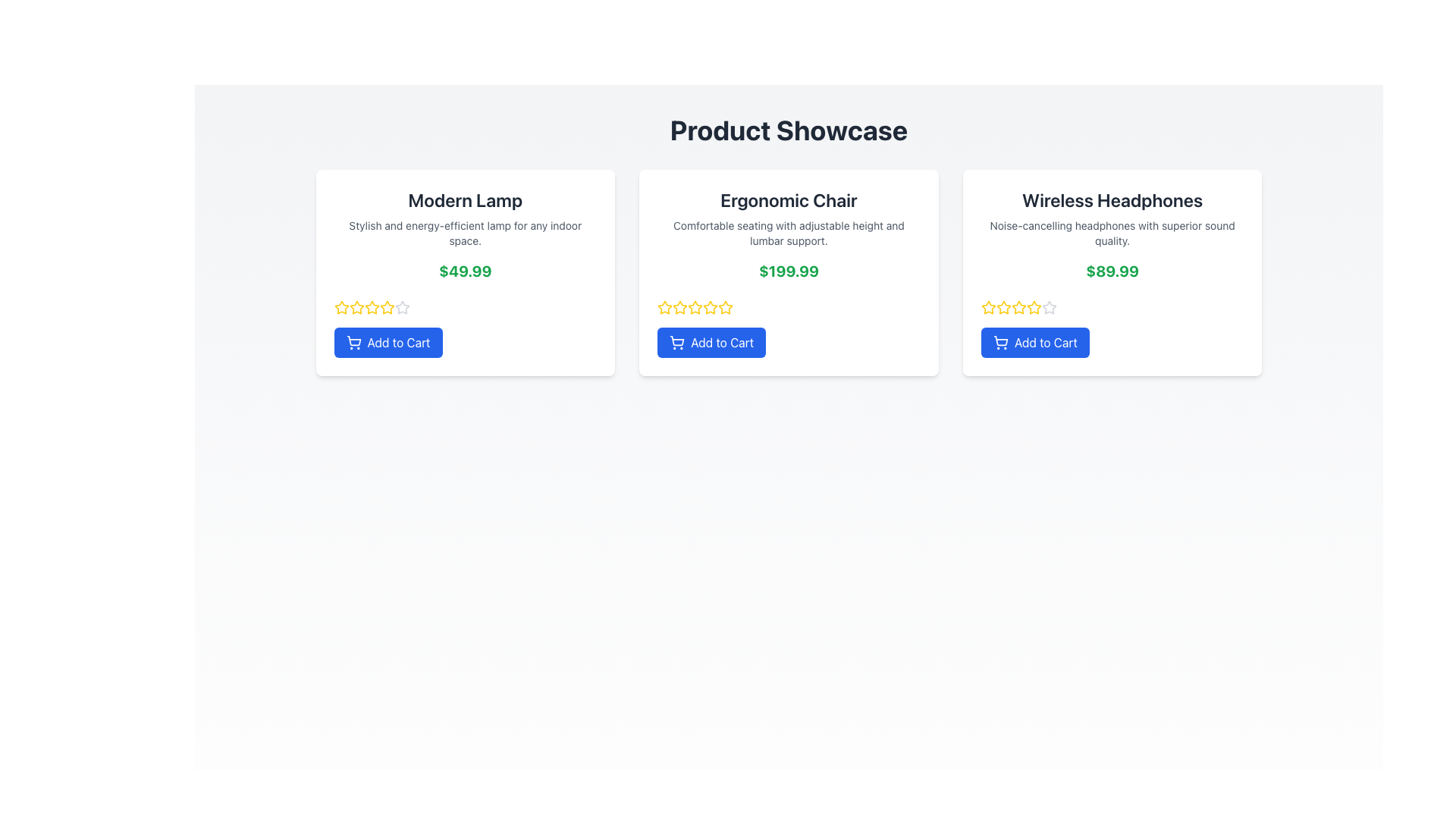 Image resolution: width=1456 pixels, height=819 pixels. What do you see at coordinates (1000, 342) in the screenshot?
I see `the shopping cart icon located to the left of the 'Add to Cart' button on the blue button area at the bottom center of the 'Wireless Headphones' product card` at bounding box center [1000, 342].